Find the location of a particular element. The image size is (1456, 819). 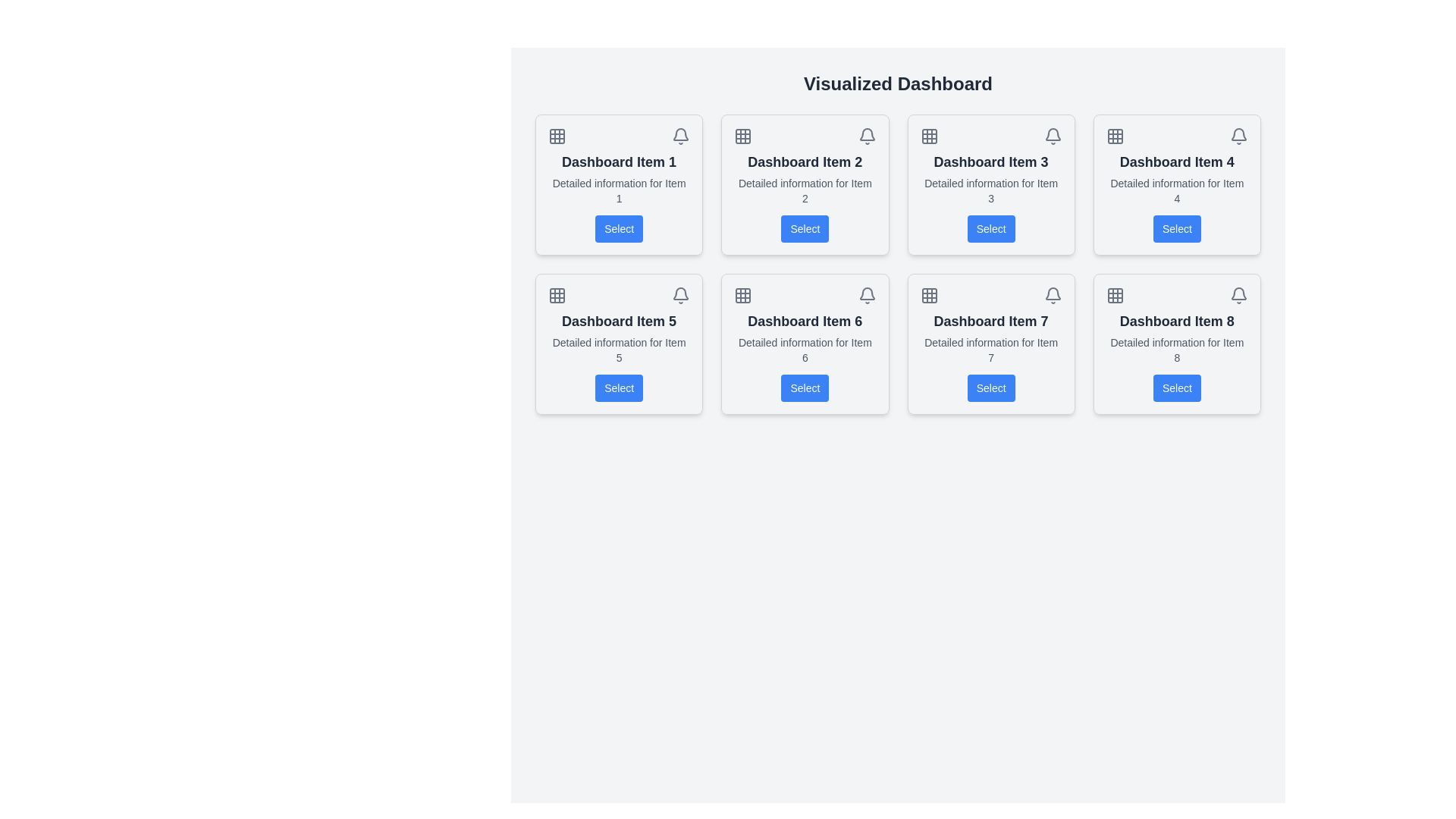

the 3x3 grid icon located in the header of the card labeled 'Dashboard Item 3' is located at coordinates (928, 136).